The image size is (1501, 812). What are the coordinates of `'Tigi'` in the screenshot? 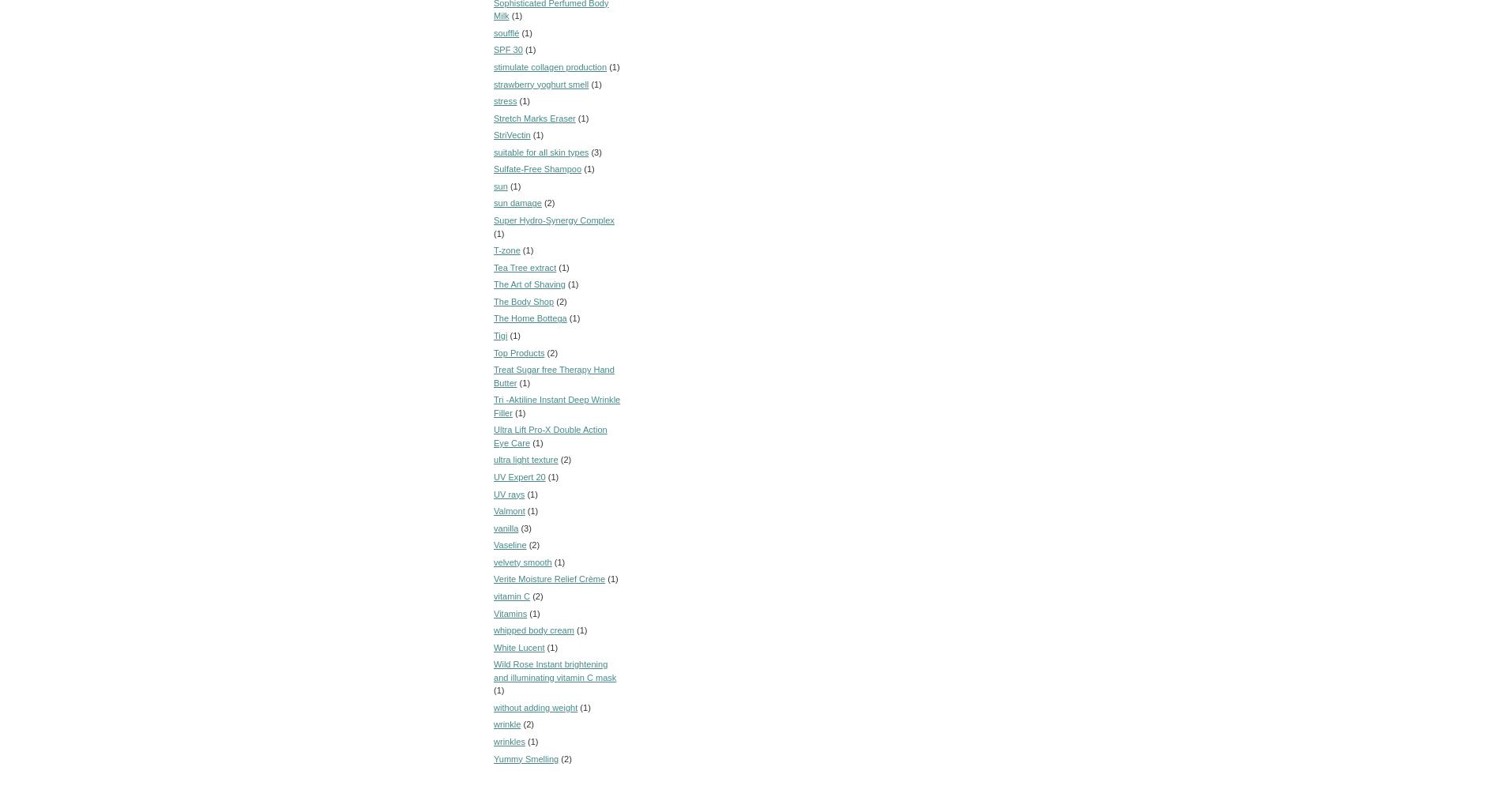 It's located at (500, 335).